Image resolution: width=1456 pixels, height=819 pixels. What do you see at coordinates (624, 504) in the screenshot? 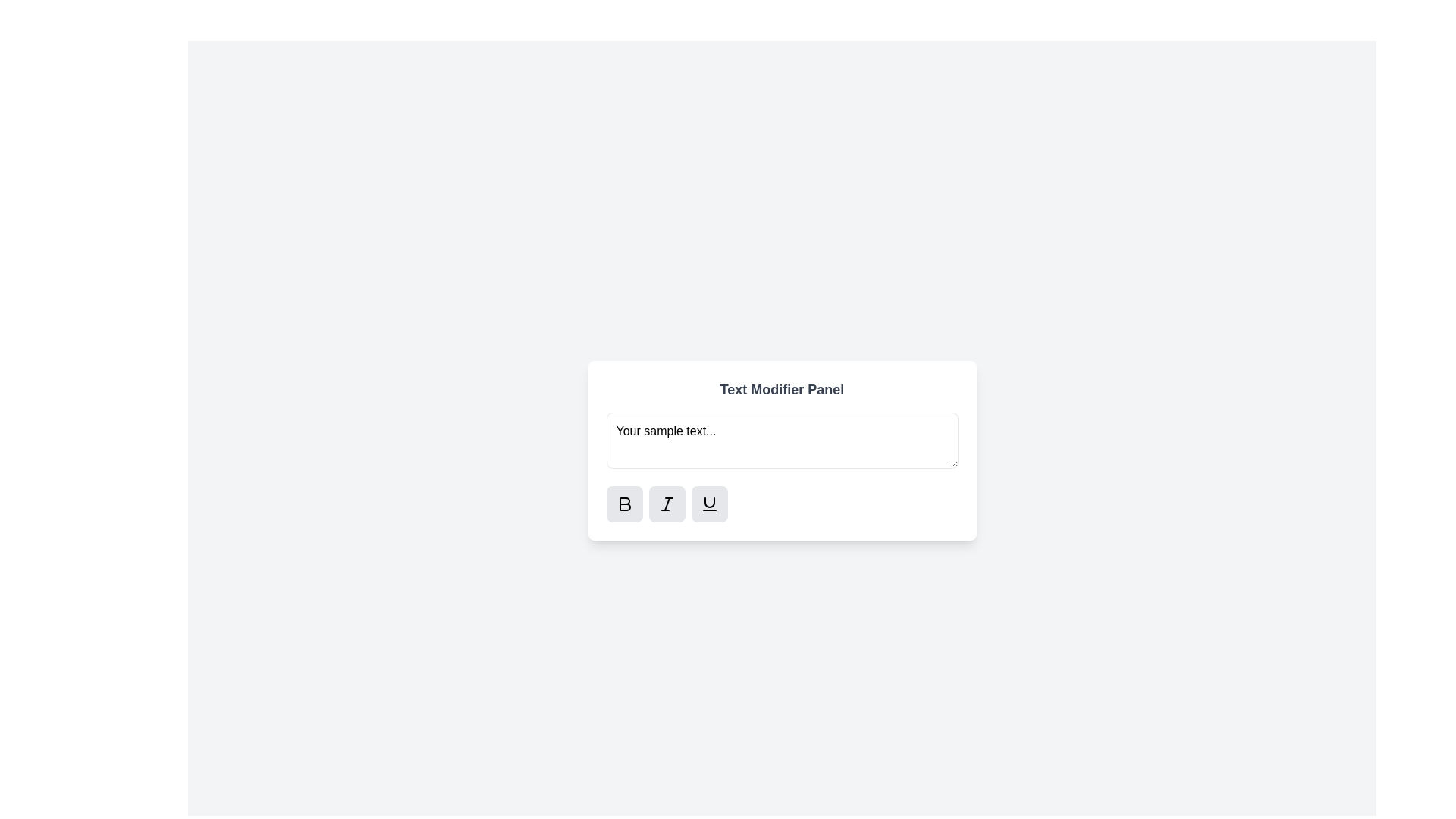
I see `the bold style toggle button to toggle the bold style for the text` at bounding box center [624, 504].